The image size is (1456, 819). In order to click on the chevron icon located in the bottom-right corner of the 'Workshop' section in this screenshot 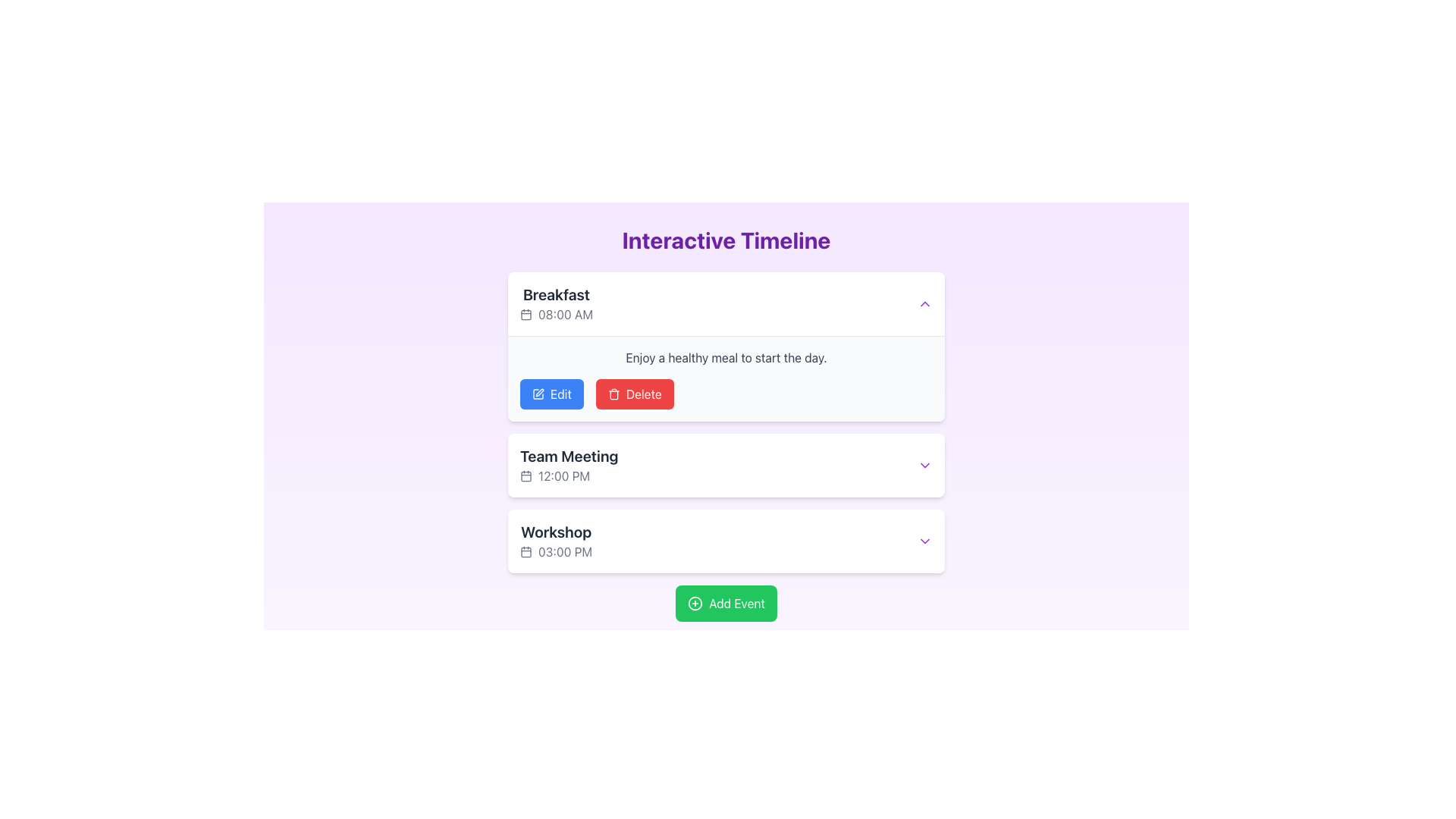, I will do `click(924, 540)`.